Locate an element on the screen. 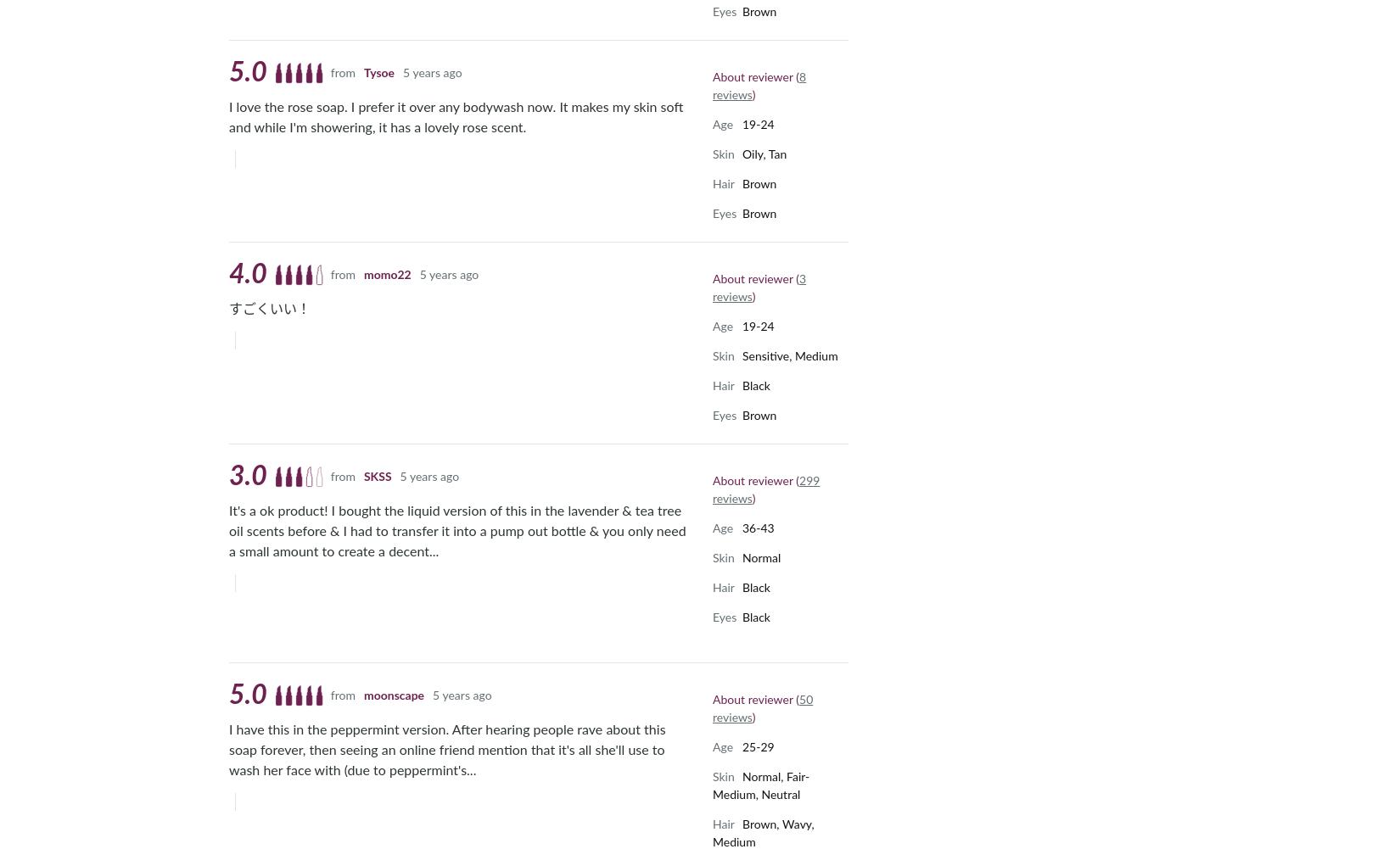 The image size is (1400, 849). '4.0' is located at coordinates (228, 274).